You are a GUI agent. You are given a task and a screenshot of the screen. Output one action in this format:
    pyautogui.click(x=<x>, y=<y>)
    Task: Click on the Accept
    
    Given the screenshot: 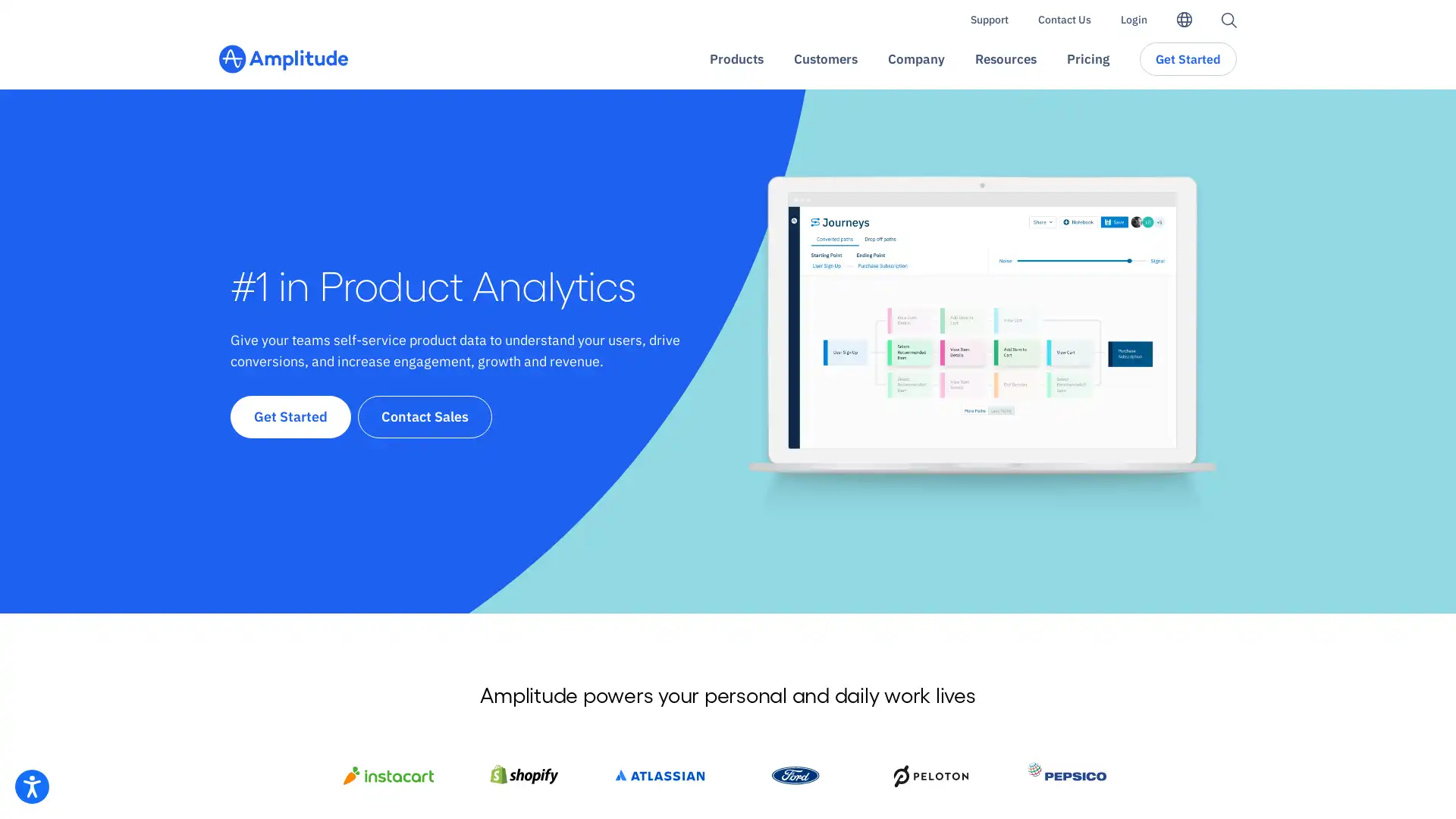 What is the action you would take?
    pyautogui.click(x=1027, y=773)
    